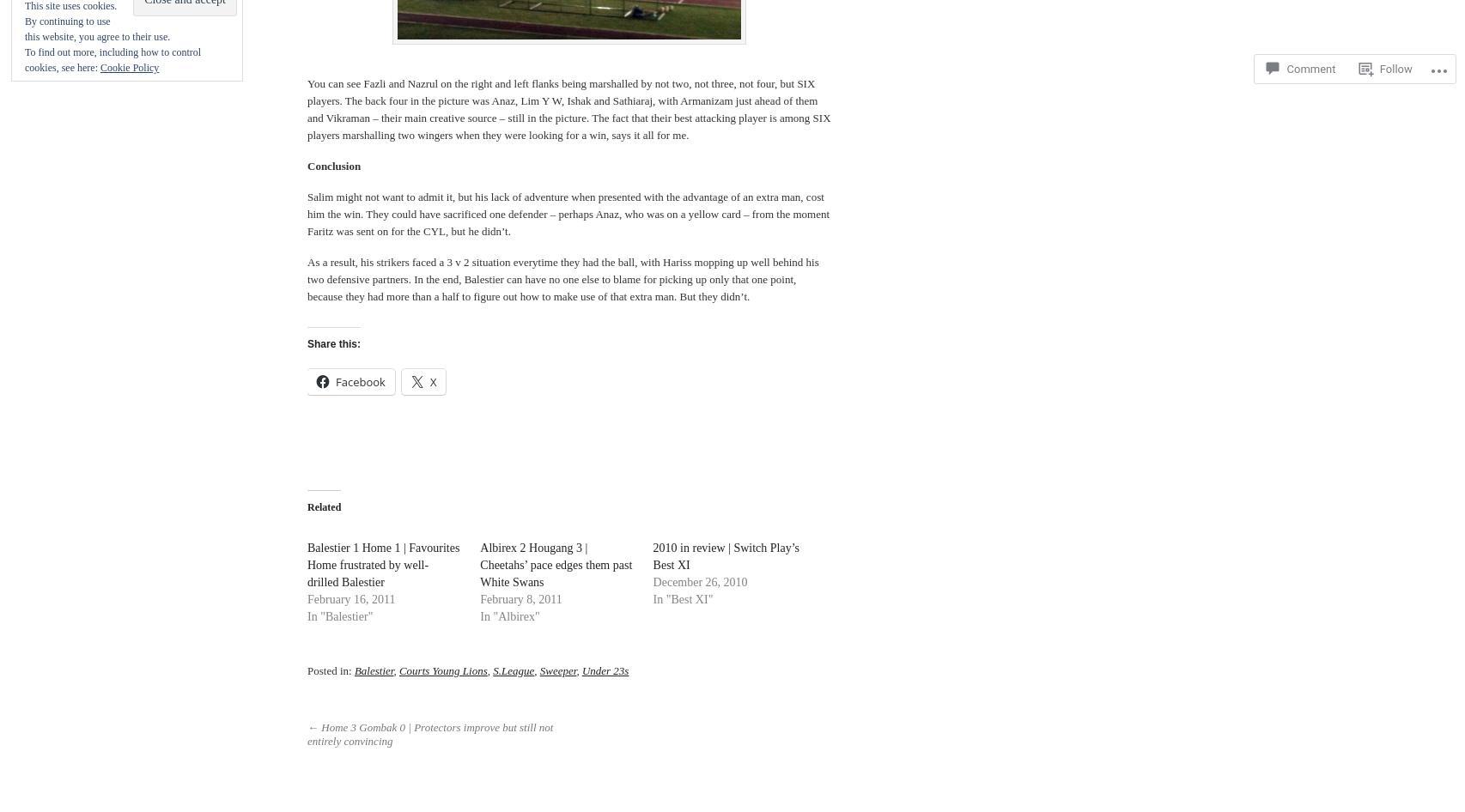 The width and height of the screenshot is (1465, 812). What do you see at coordinates (429, 733) in the screenshot?
I see `'← Home 3 Gombak 0 | Protectors improve but still not entirely convincing'` at bounding box center [429, 733].